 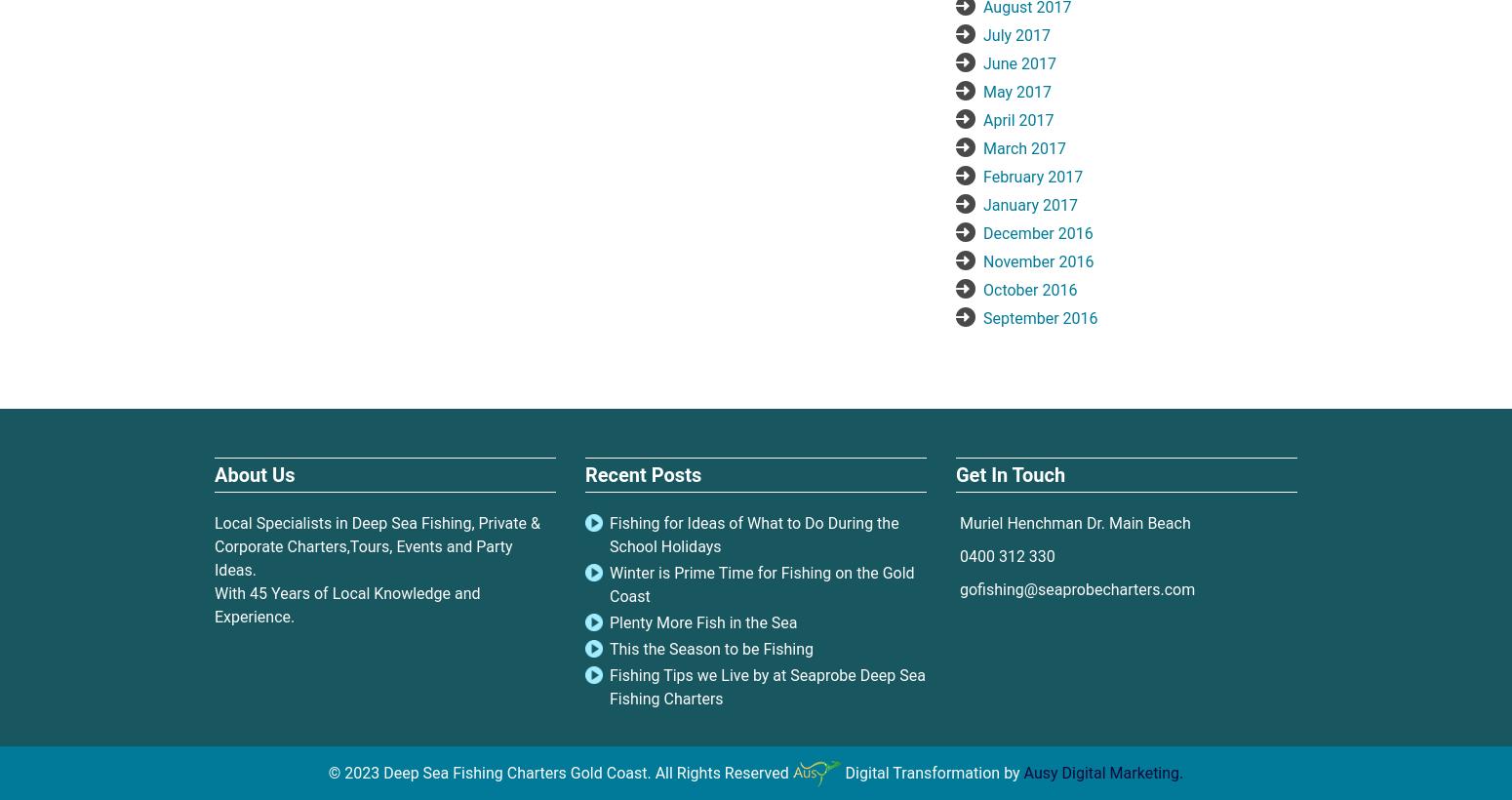 What do you see at coordinates (346, 603) in the screenshot?
I see `'With 45 Years of Local Knowledge and Experience.'` at bounding box center [346, 603].